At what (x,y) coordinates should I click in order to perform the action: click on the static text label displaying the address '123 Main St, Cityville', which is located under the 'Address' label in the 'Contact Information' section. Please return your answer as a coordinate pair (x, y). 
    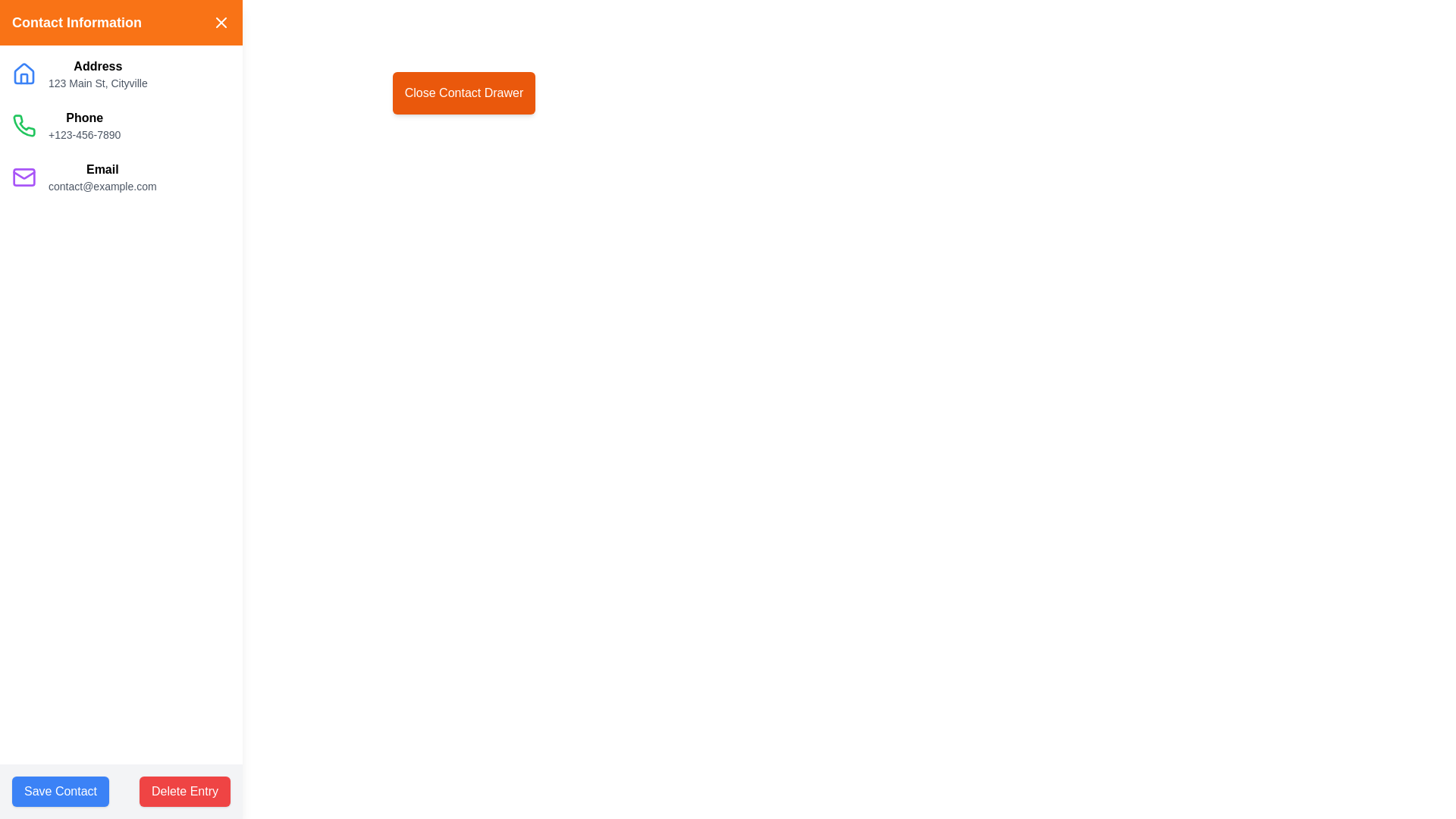
    Looking at the image, I should click on (97, 83).